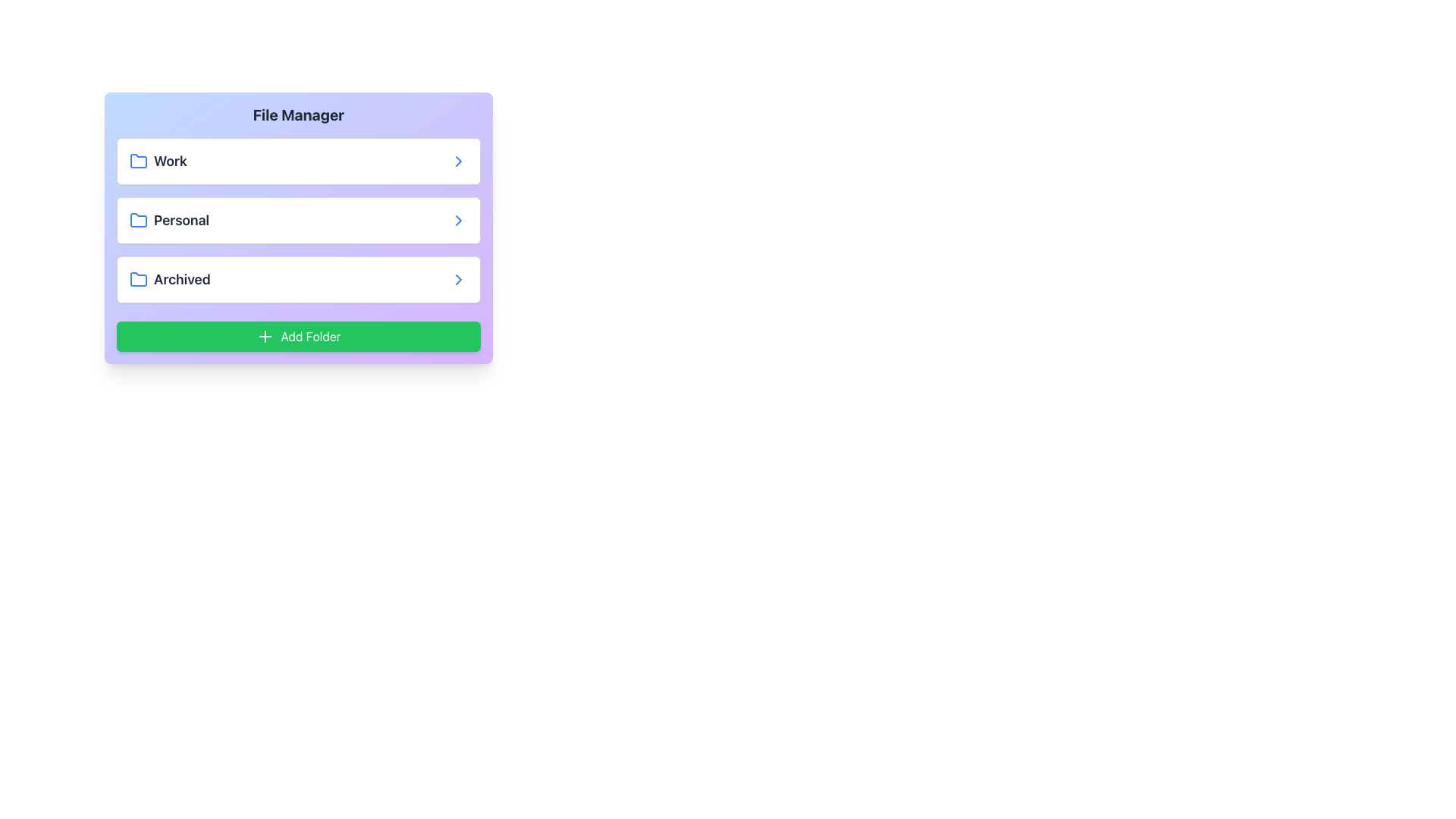 The height and width of the screenshot is (819, 1456). I want to click on the right-pointing chevron icon located at the far-right side of the 'Archived' list item in the 'File Manager' interface, so click(457, 280).